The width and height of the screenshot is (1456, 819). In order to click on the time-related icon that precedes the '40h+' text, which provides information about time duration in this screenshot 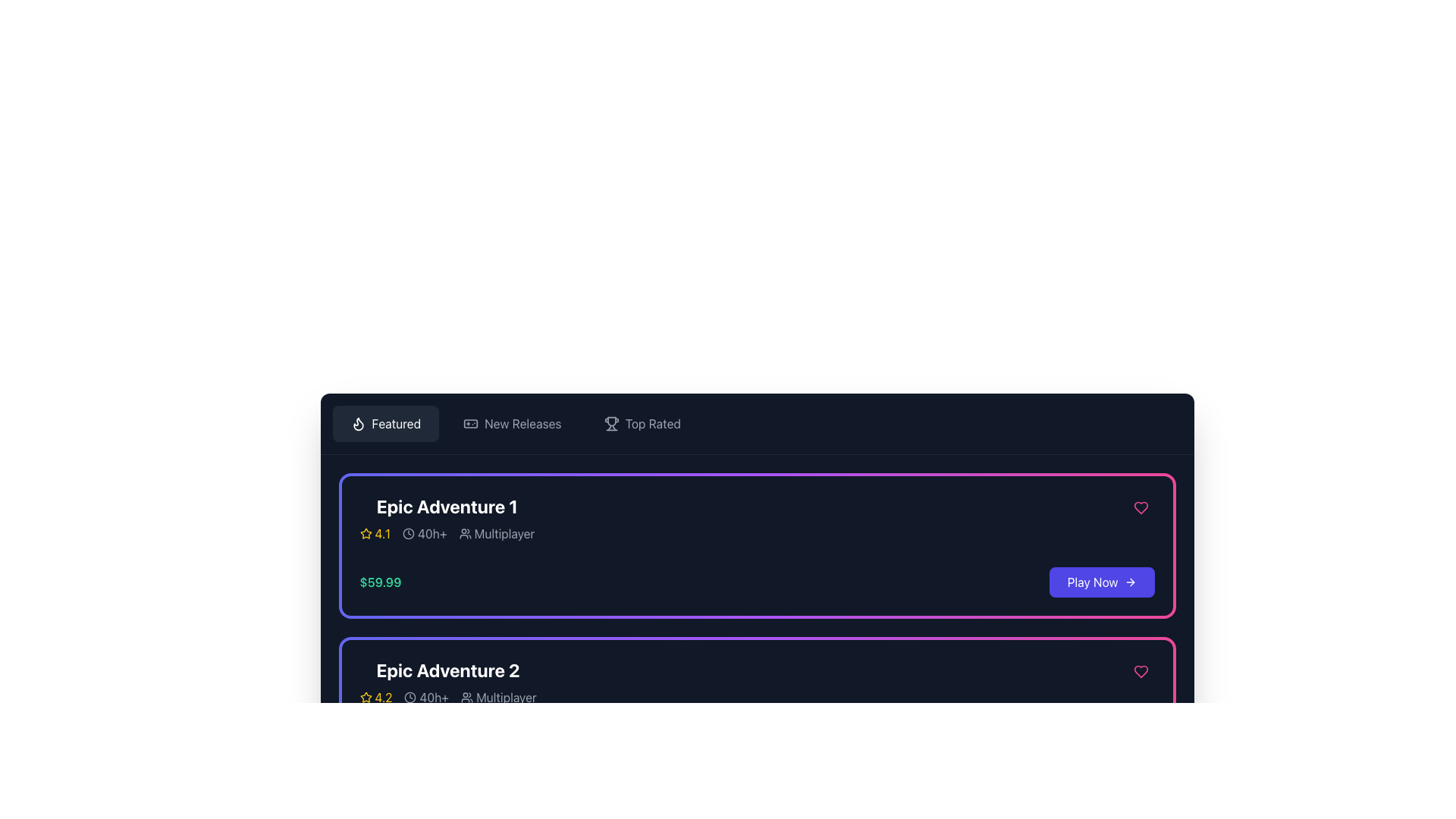, I will do `click(410, 698)`.